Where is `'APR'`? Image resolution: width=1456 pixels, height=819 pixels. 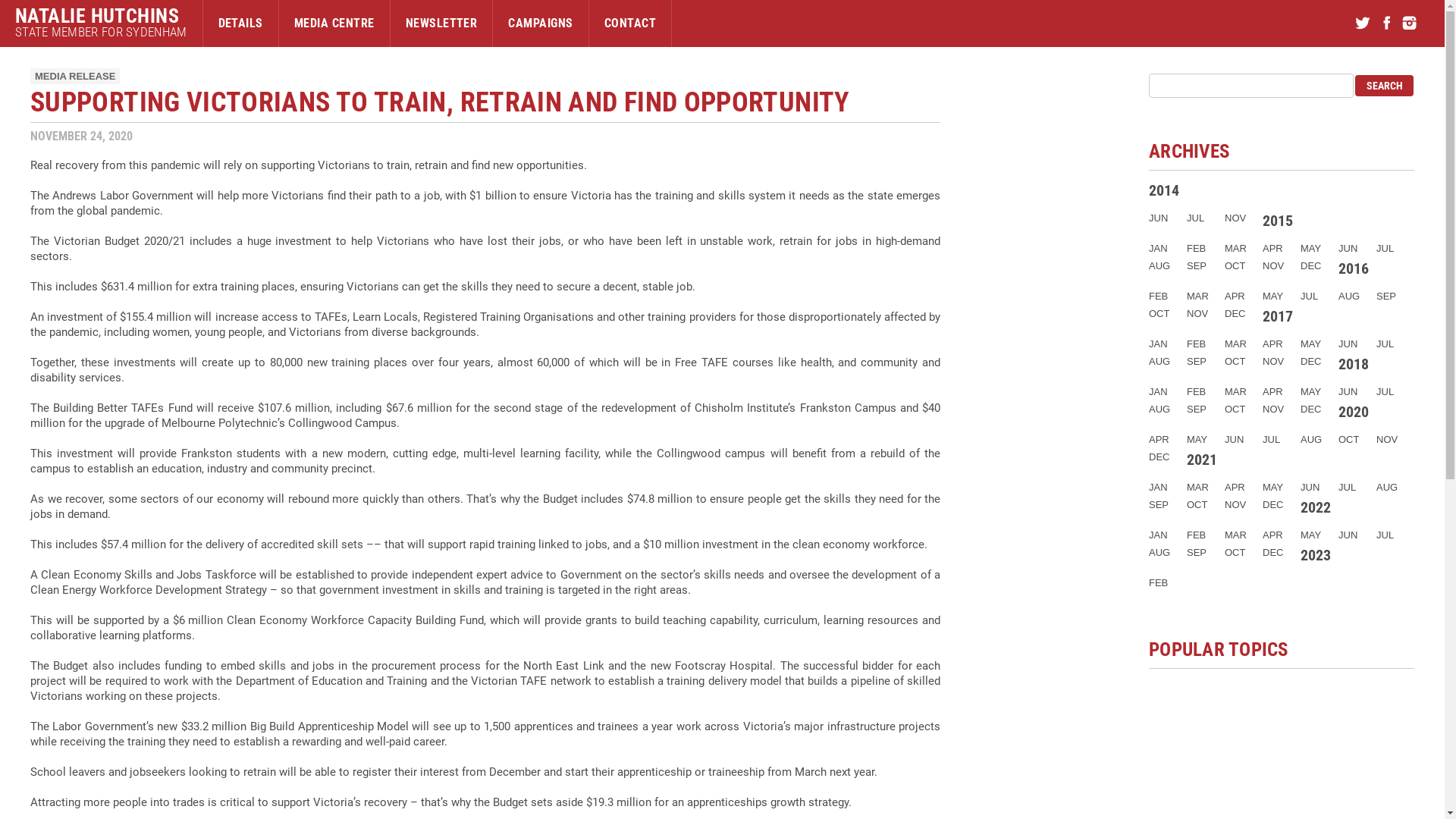
'APR' is located at coordinates (1272, 247).